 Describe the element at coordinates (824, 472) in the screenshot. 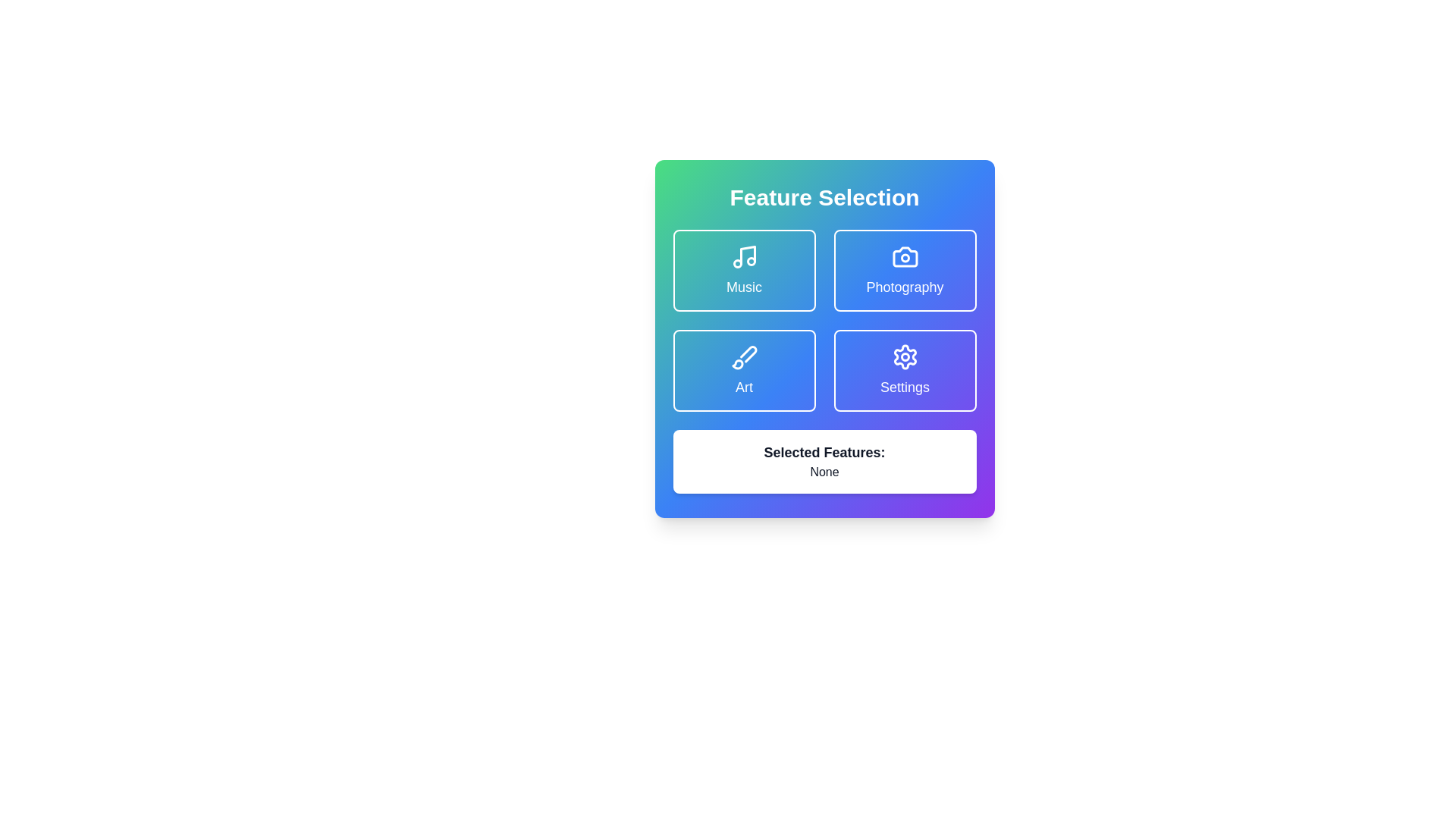

I see `the Text Label indicating no features have been selected, located below the 'Selected Features:' label in the card styled area` at that location.